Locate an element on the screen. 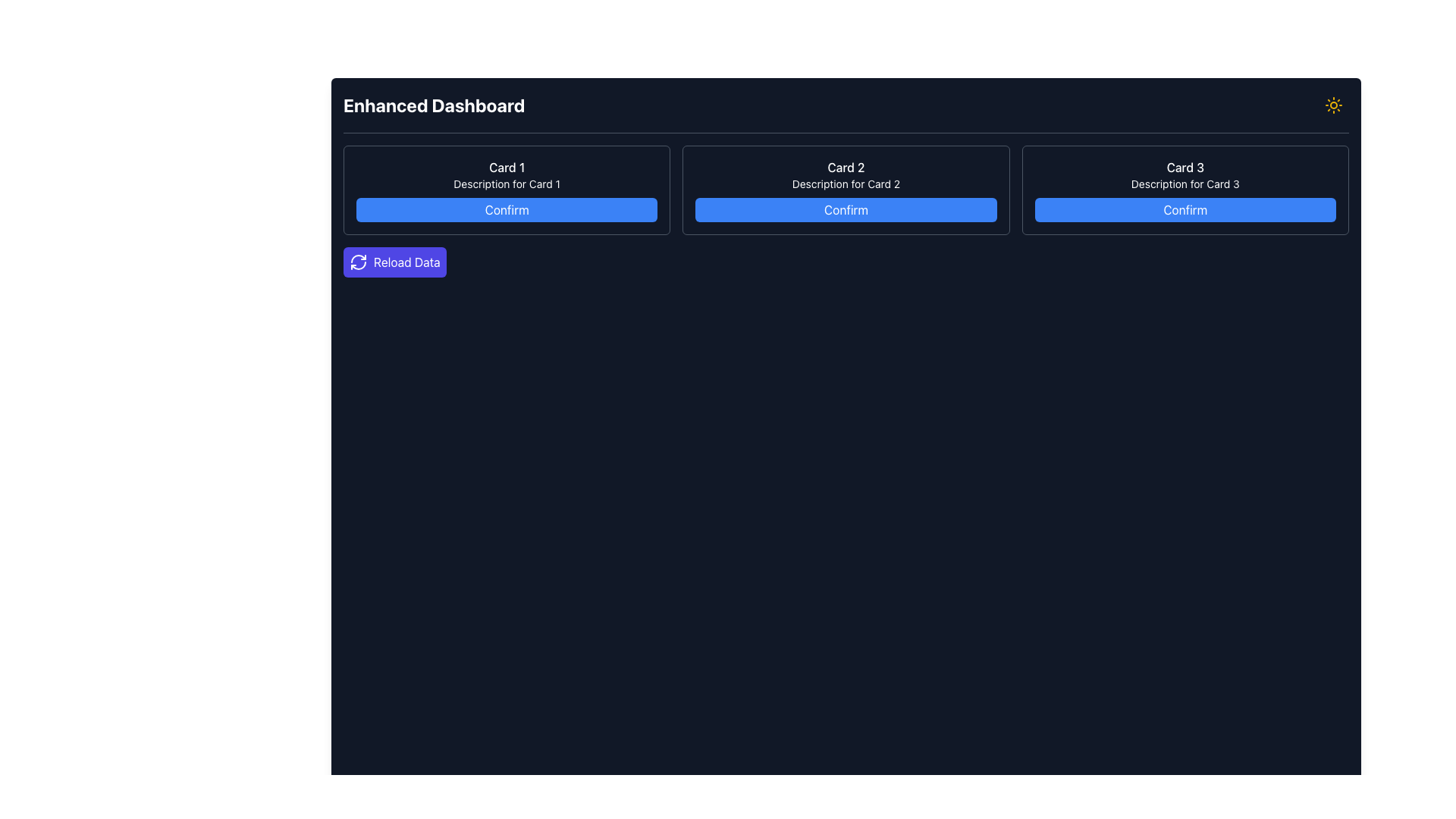 This screenshot has height=819, width=1456. the confirm button located in 'Card 1', positioned below the description text 'Description for Card 1', to navigate is located at coordinates (507, 210).